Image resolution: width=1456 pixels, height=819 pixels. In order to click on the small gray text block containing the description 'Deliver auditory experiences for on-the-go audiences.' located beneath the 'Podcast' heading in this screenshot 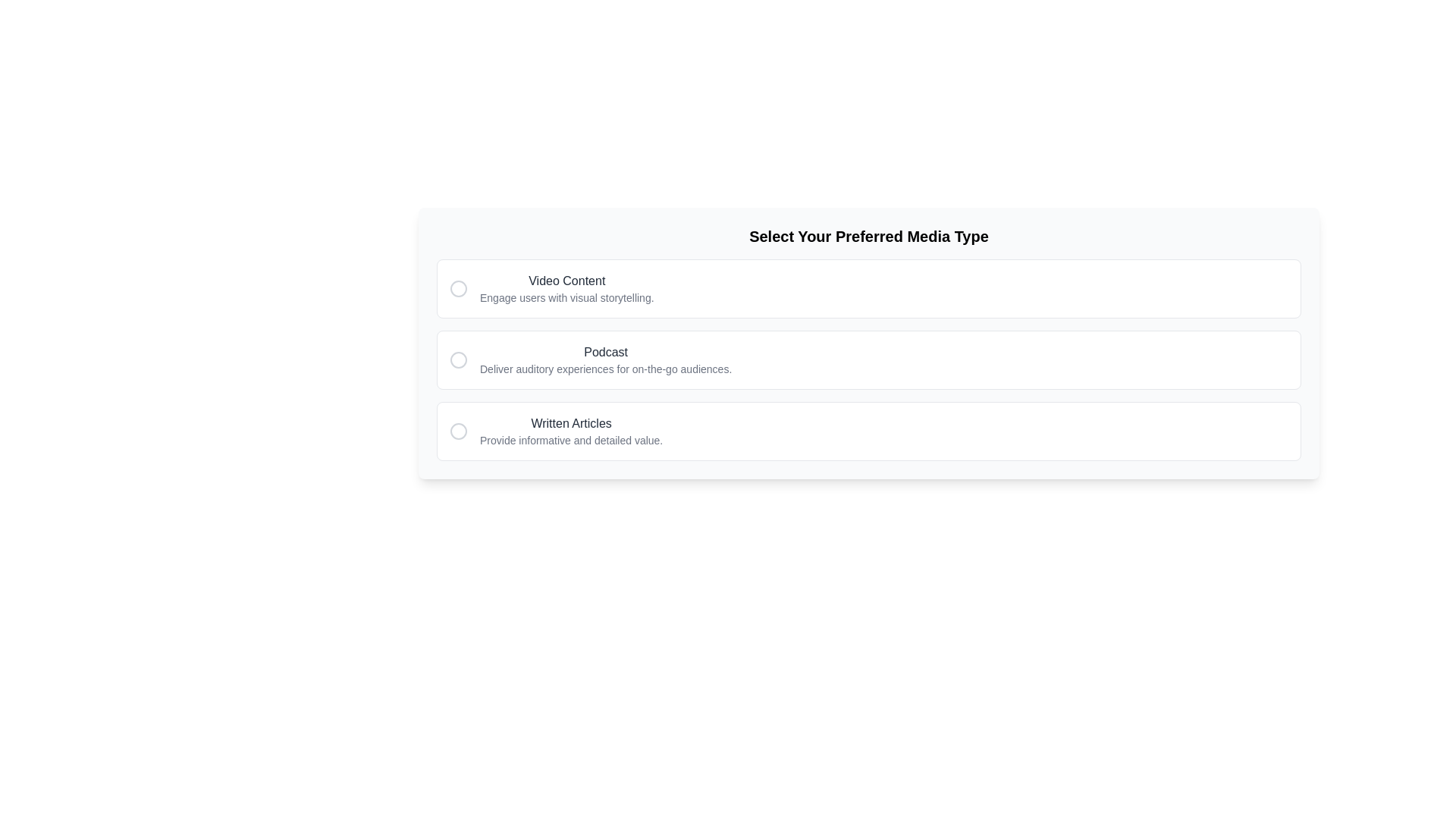, I will do `click(605, 369)`.